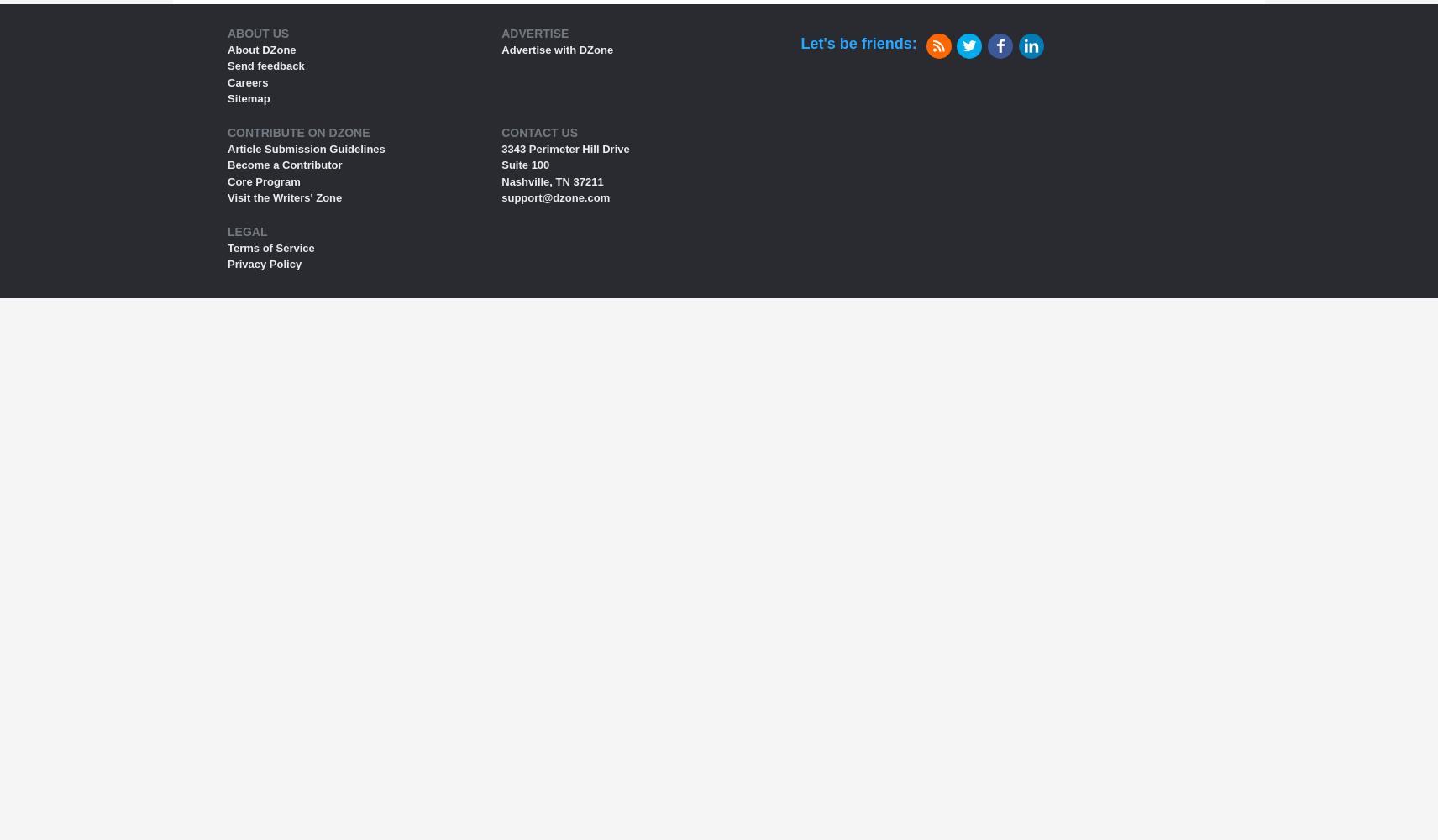 Image resolution: width=1438 pixels, height=840 pixels. What do you see at coordinates (552, 180) in the screenshot?
I see `'Nashville, TN 37211'` at bounding box center [552, 180].